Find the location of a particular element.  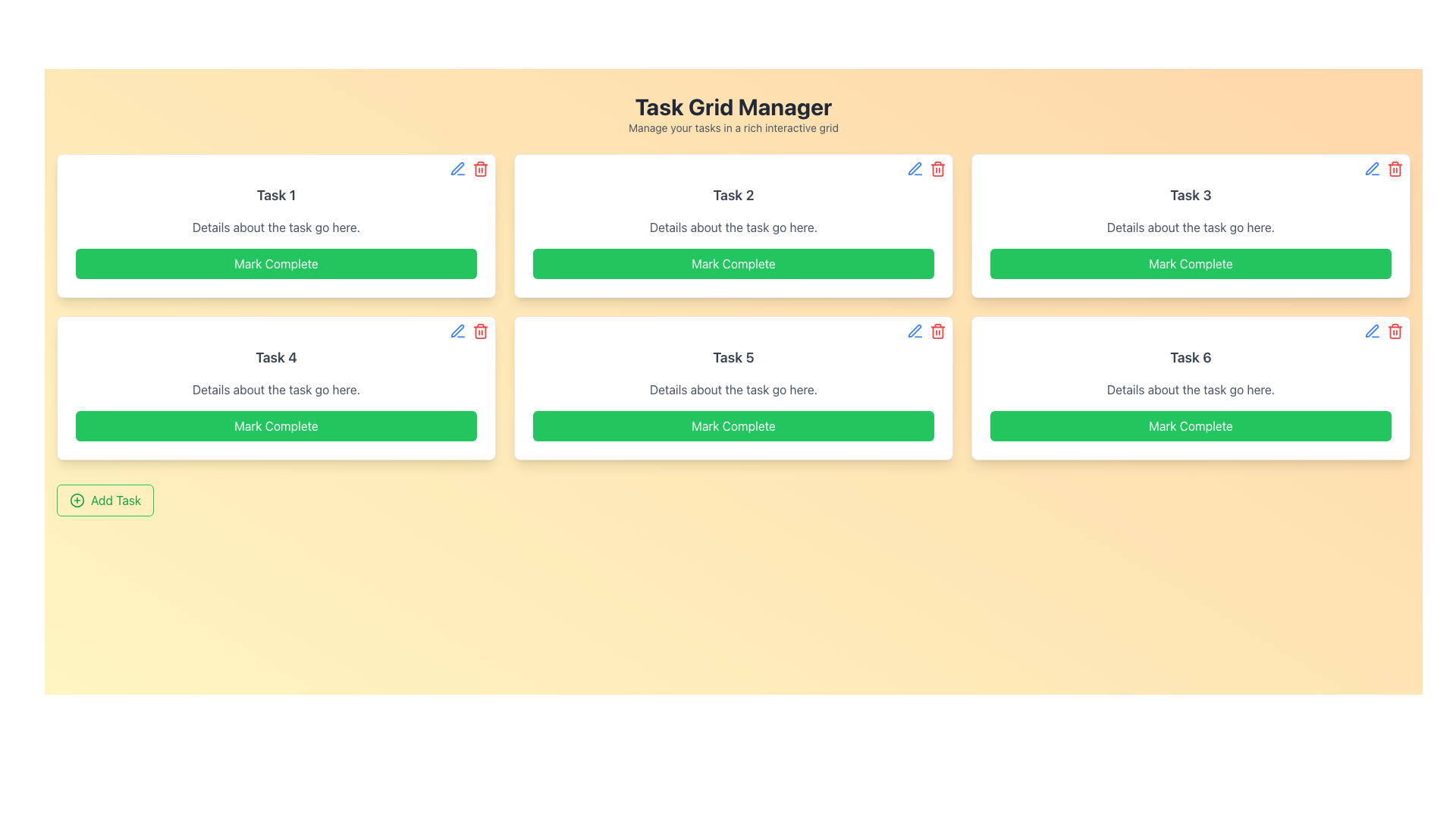

the text label located in the sixth card of the task grid, positioned below 'Task 6' and above the 'Mark Complete' button is located at coordinates (1190, 388).